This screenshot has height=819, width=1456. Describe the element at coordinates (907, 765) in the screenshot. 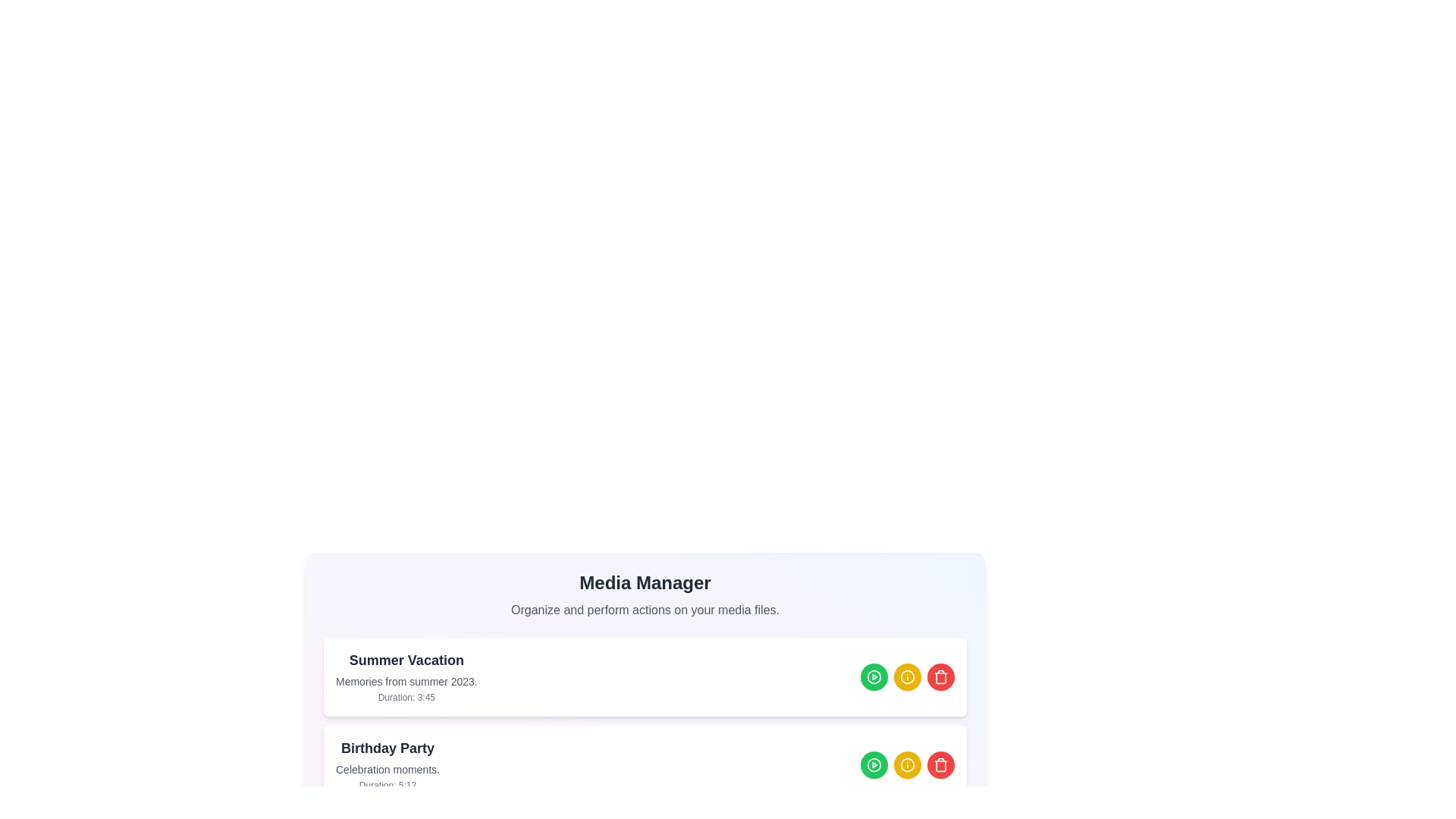

I see `the info button for the media item titled 'Birthday Party' to view its details` at that location.